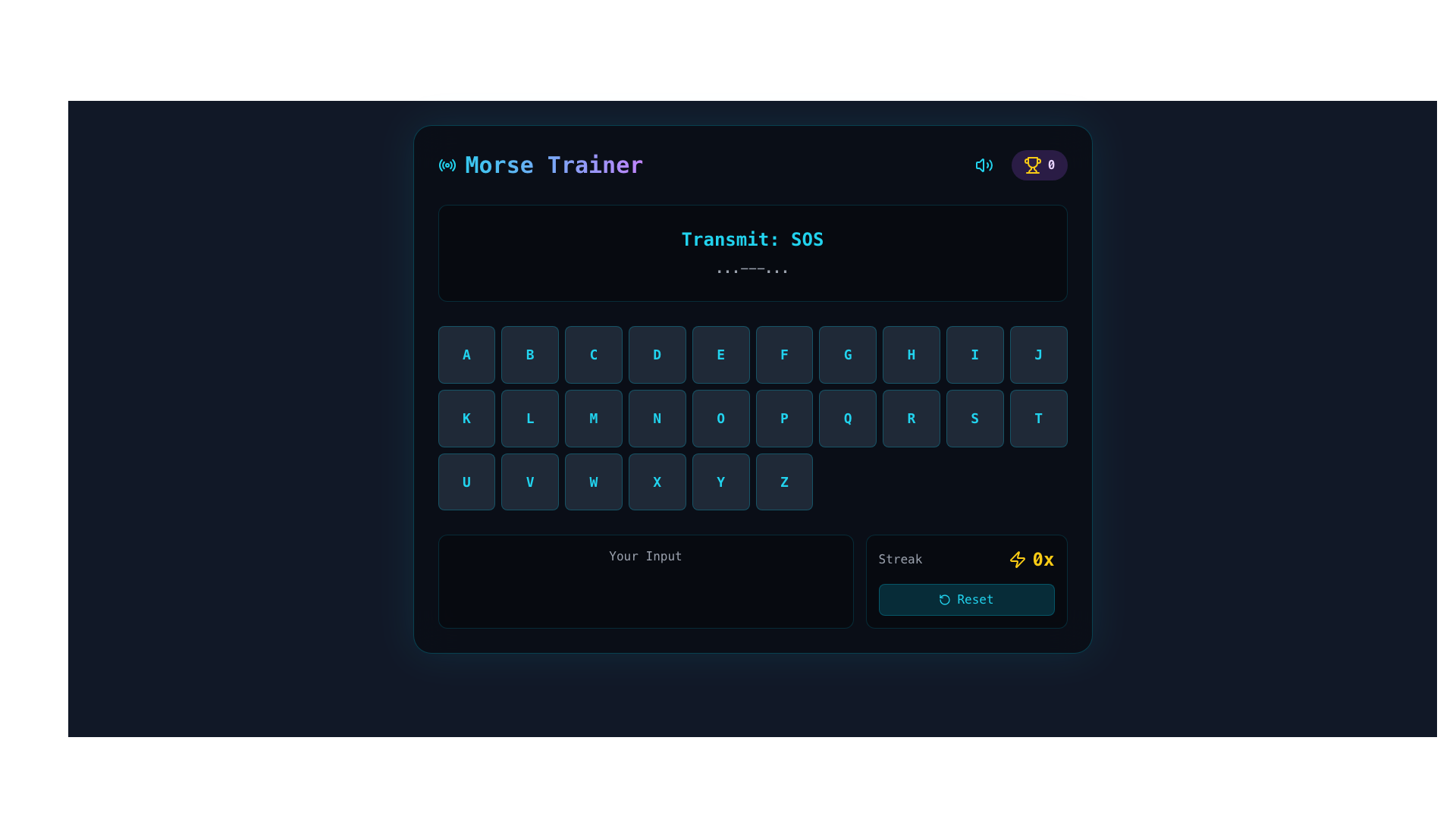 This screenshot has width=1456, height=819. Describe the element at coordinates (466, 482) in the screenshot. I see `the selectable button located in the first column of the fifth row of a grid layout to input the letter 'U'` at that location.